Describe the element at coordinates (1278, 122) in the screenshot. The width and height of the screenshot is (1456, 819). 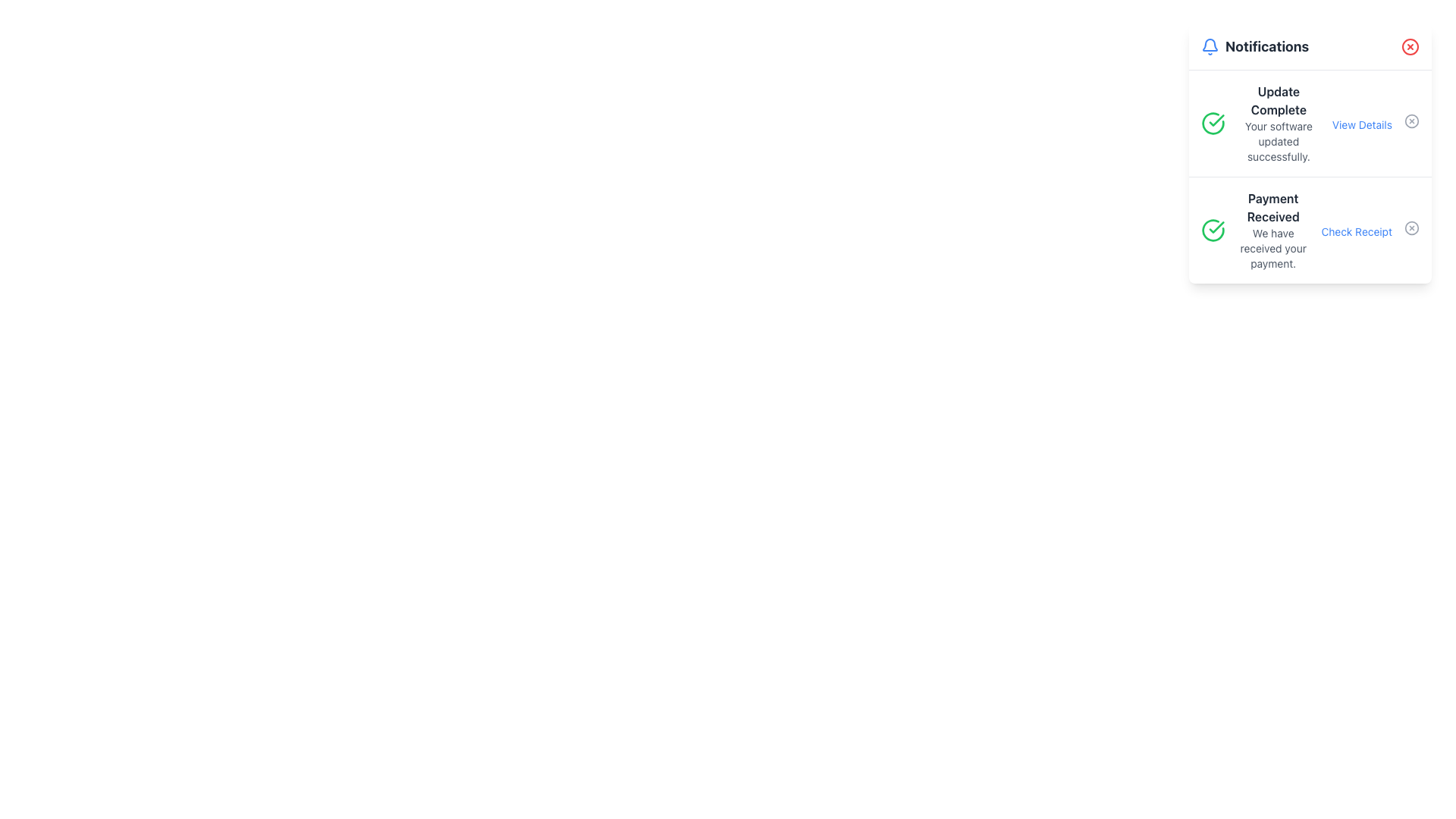
I see `the text display element that shows 'Update Complete' and 'Your software updated successfully', located near the top of the notifications panel` at that location.